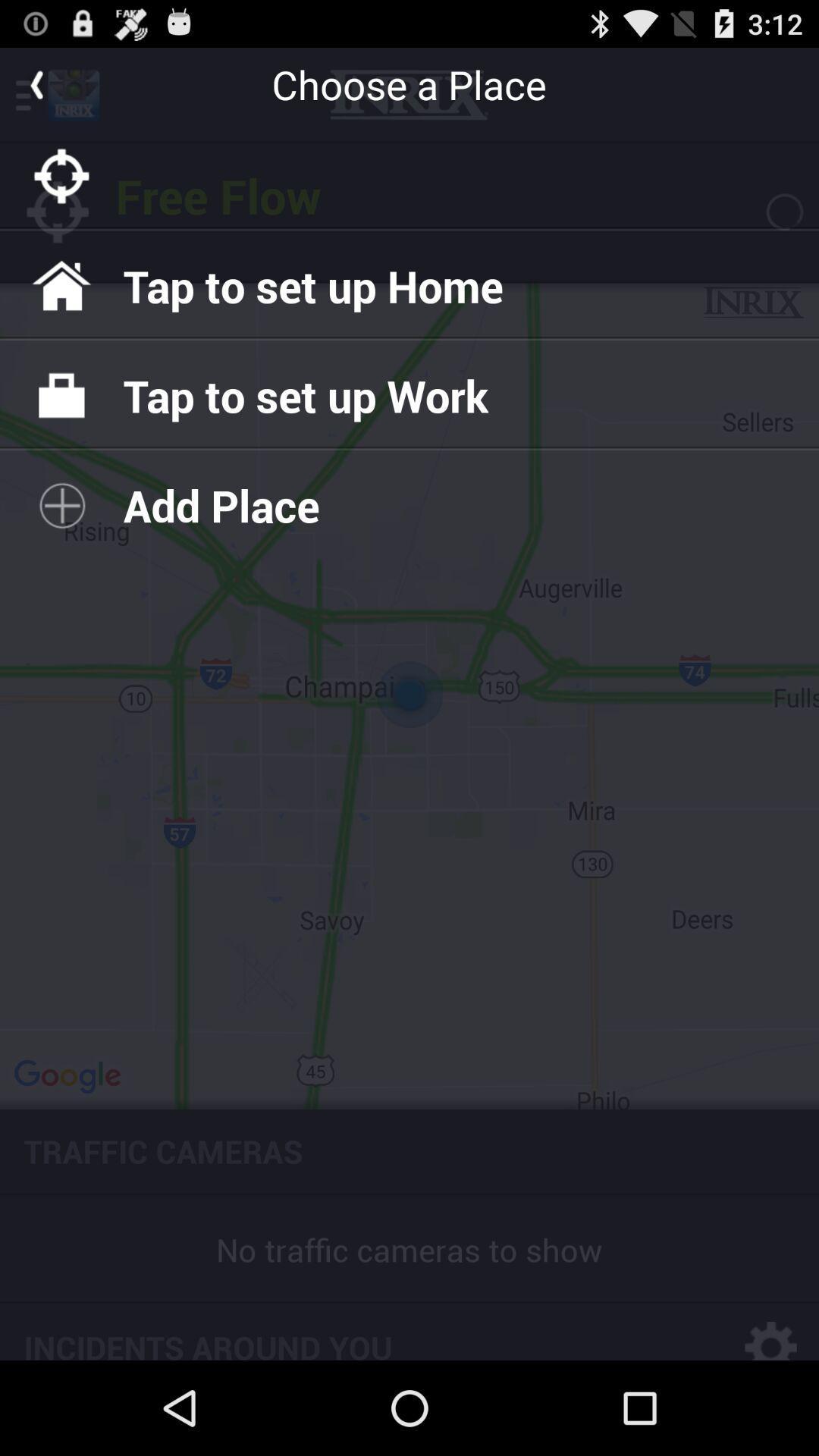 The width and height of the screenshot is (819, 1456). What do you see at coordinates (35, 83) in the screenshot?
I see `go back` at bounding box center [35, 83].